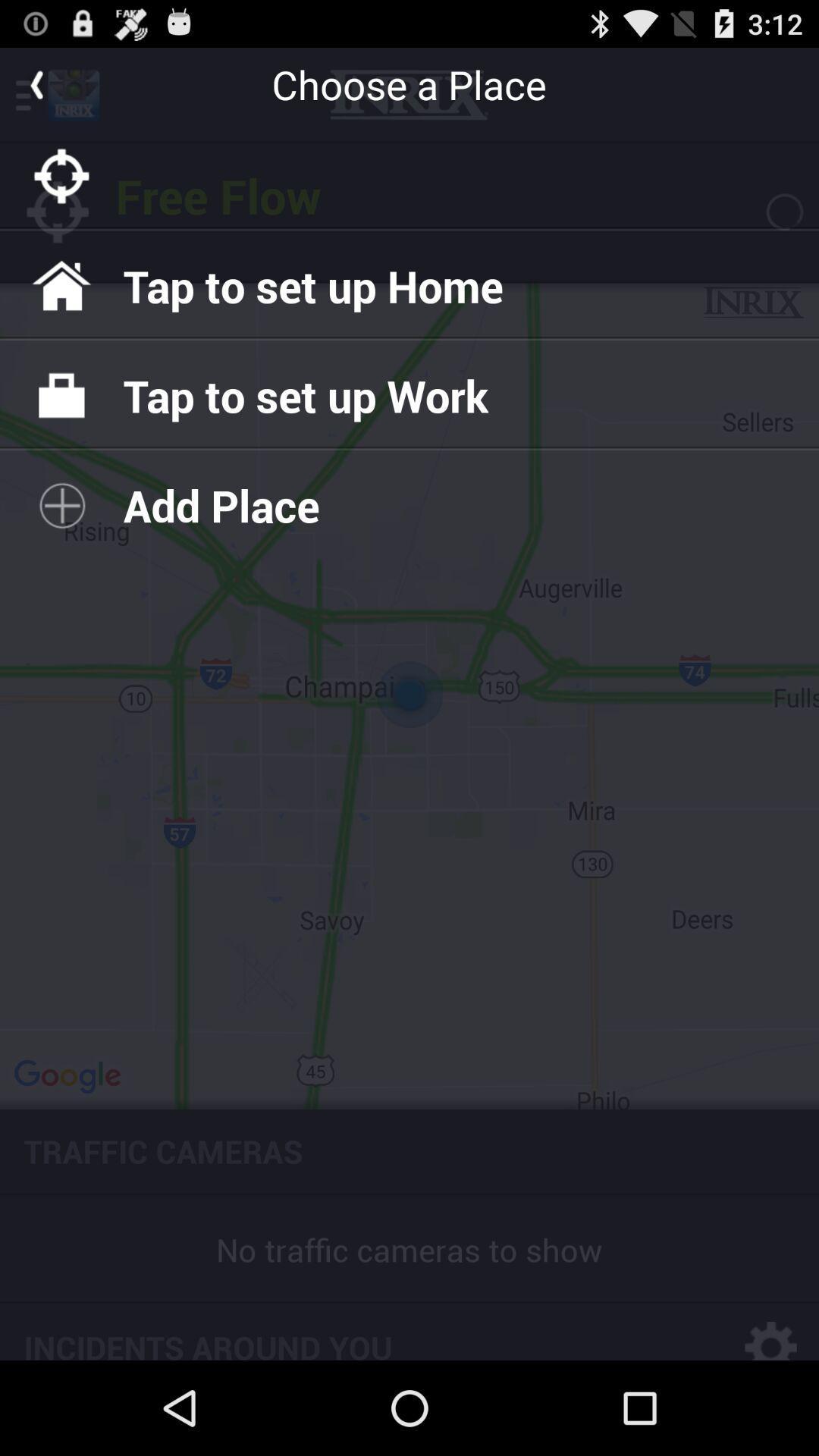 The width and height of the screenshot is (819, 1456). What do you see at coordinates (35, 83) in the screenshot?
I see `go back` at bounding box center [35, 83].